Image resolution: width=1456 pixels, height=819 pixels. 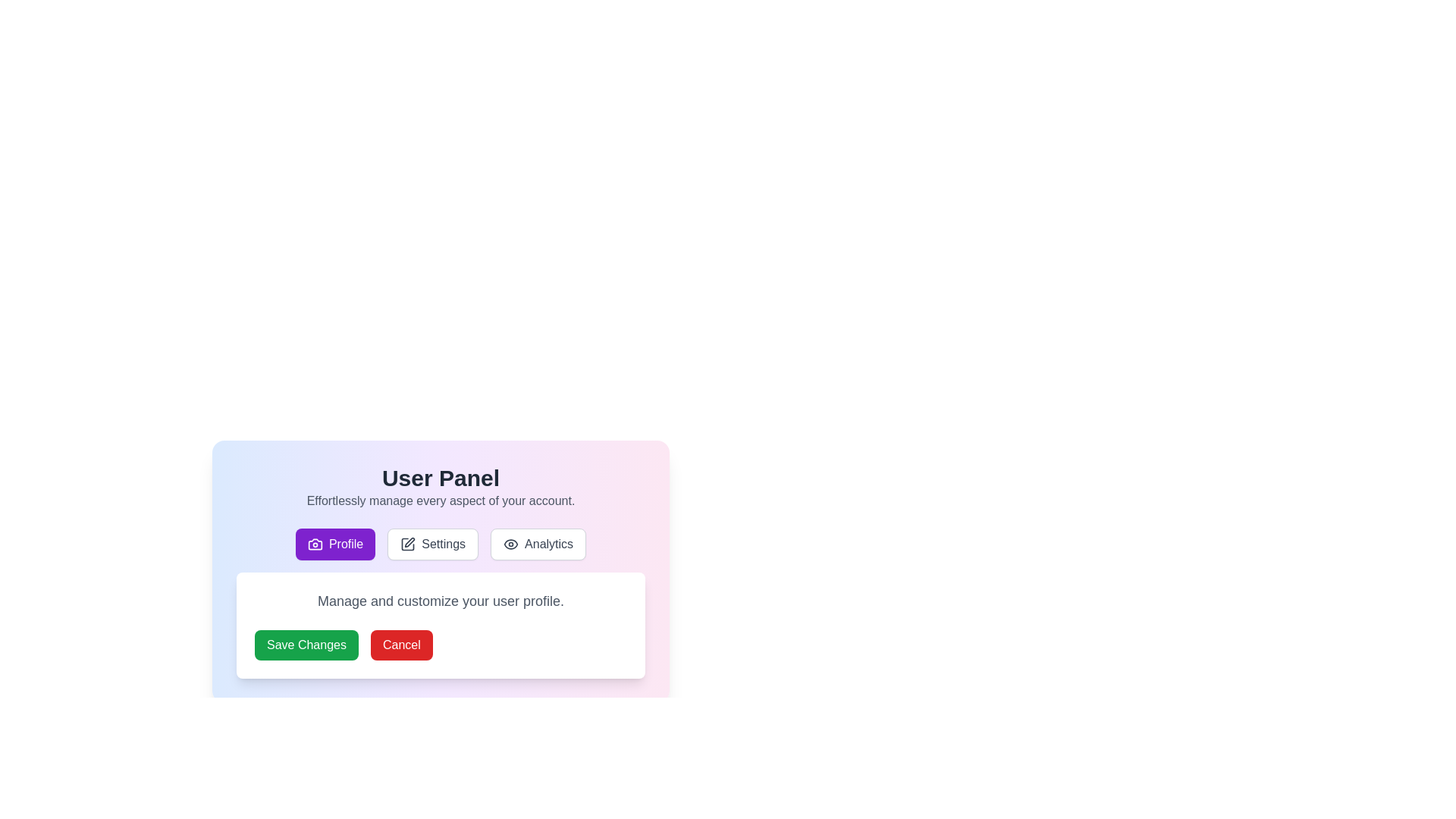 What do you see at coordinates (432, 543) in the screenshot?
I see `the Settings tab` at bounding box center [432, 543].